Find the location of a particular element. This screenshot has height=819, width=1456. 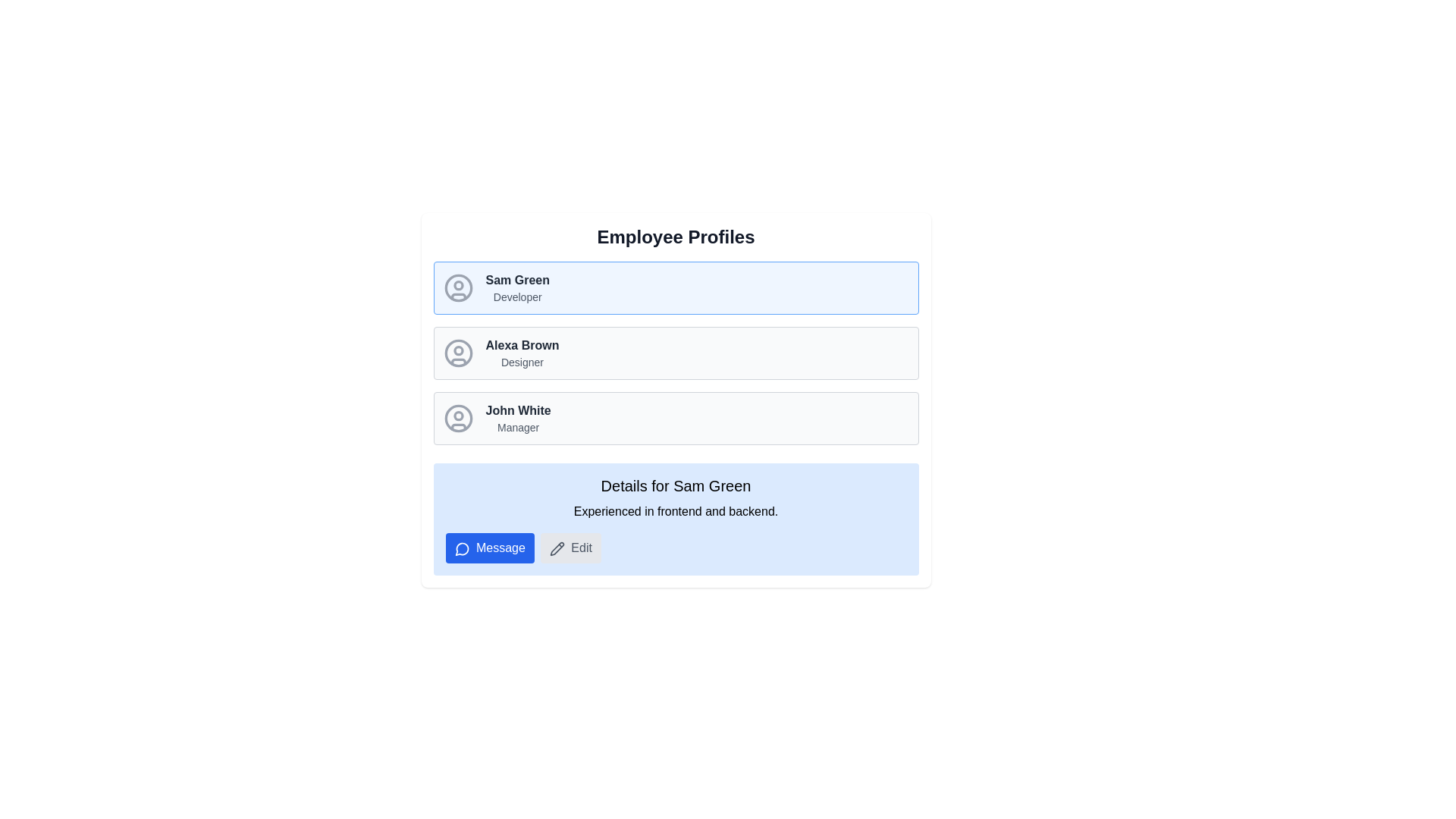

the circular user profile image representing 'John White' in the Employee Profiles section is located at coordinates (457, 418).